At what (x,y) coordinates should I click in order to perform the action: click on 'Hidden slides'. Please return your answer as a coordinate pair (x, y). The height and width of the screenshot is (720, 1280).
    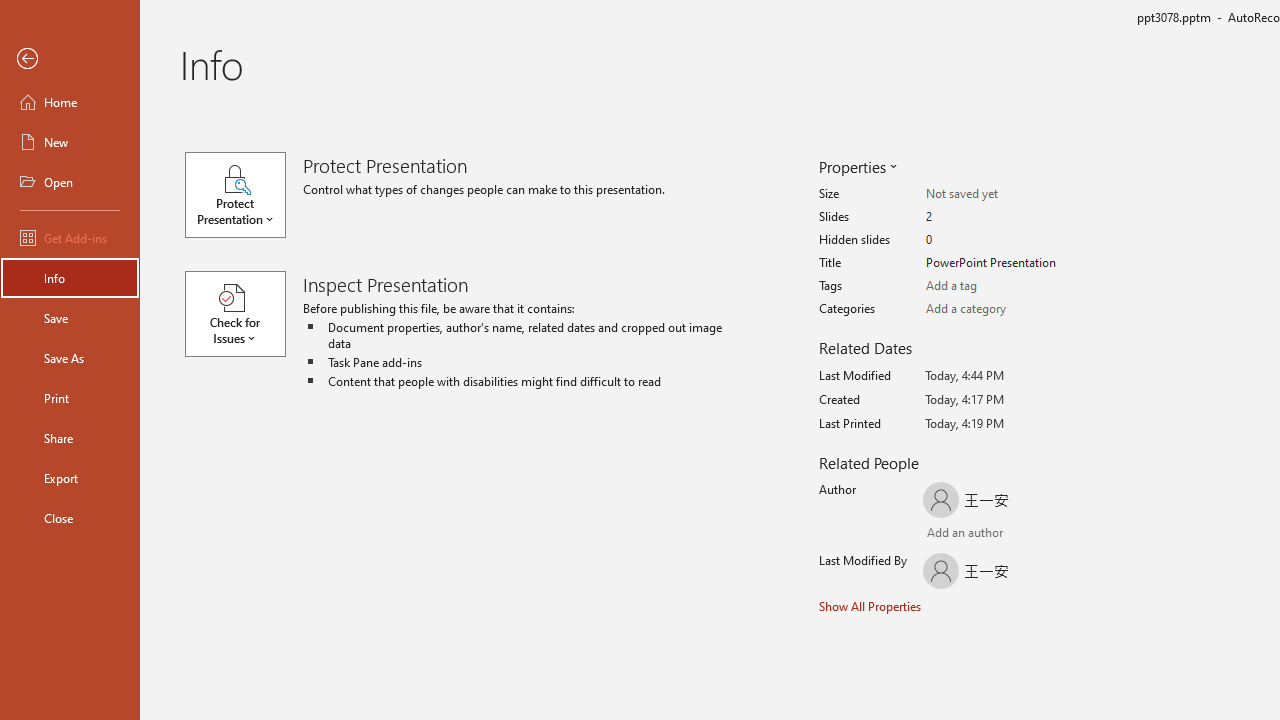
    Looking at the image, I should click on (1004, 239).